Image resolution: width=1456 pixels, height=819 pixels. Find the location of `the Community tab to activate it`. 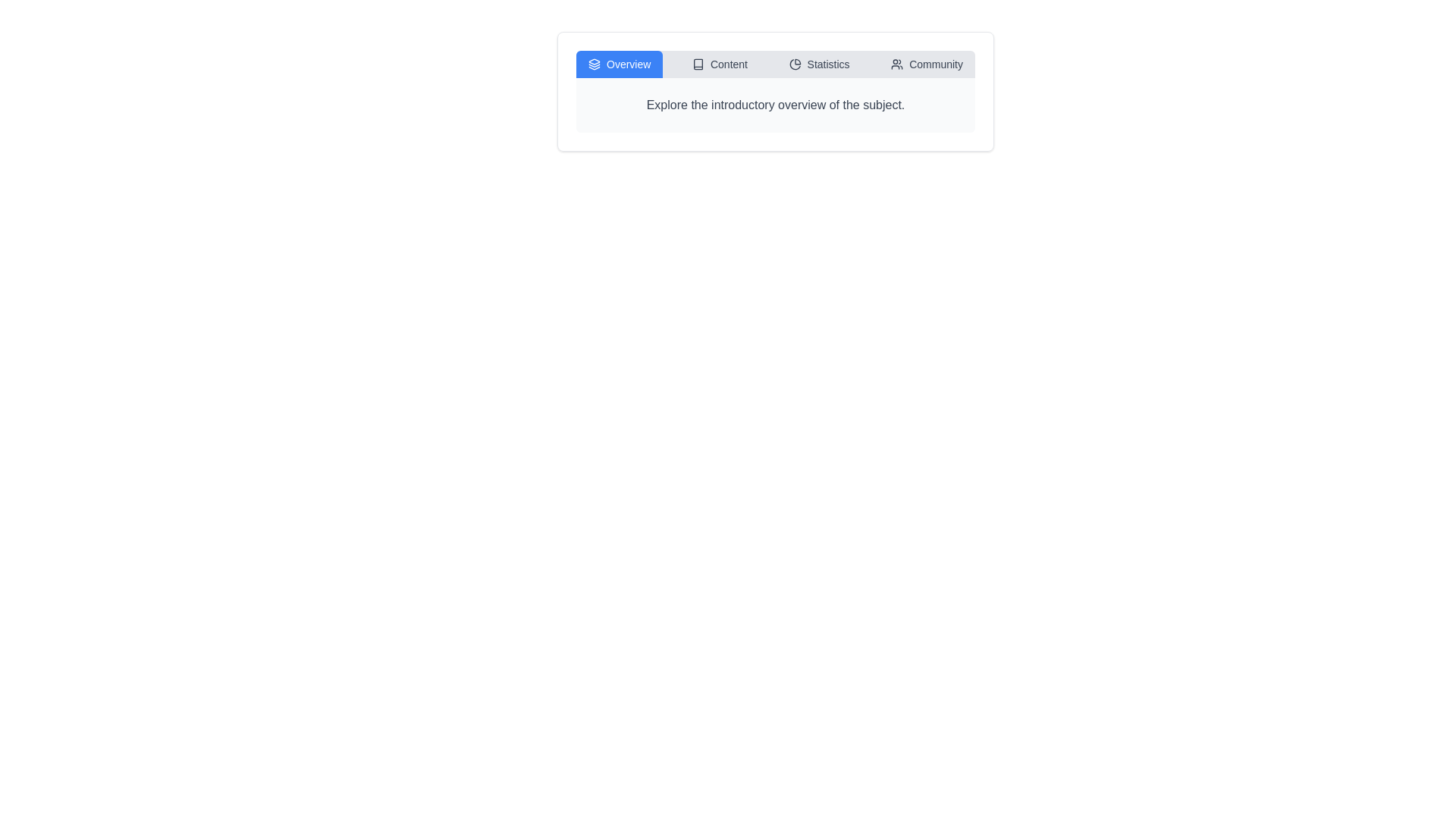

the Community tab to activate it is located at coordinates (926, 63).